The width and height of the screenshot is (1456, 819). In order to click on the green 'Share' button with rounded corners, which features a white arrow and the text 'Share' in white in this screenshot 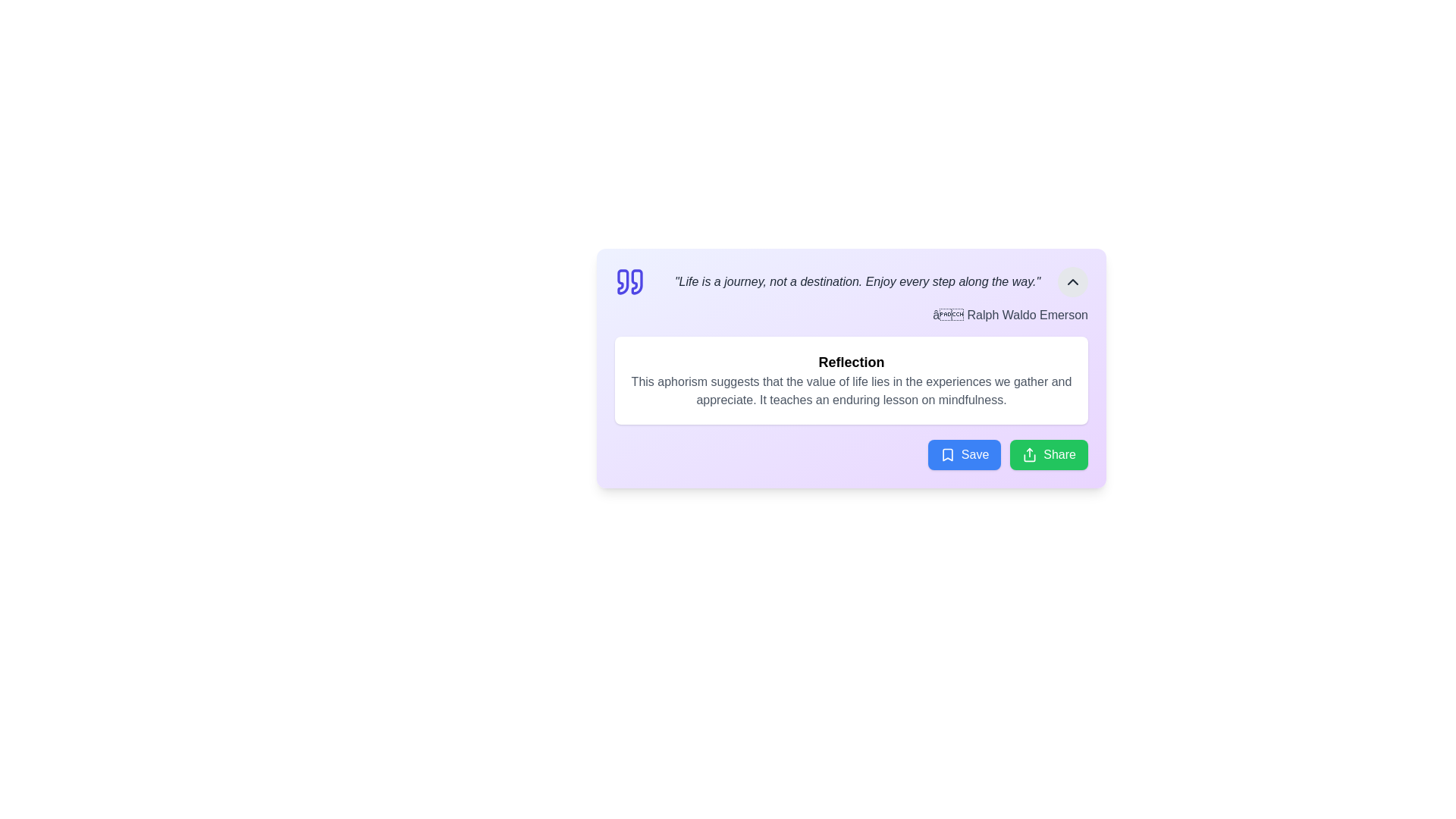, I will do `click(1048, 454)`.